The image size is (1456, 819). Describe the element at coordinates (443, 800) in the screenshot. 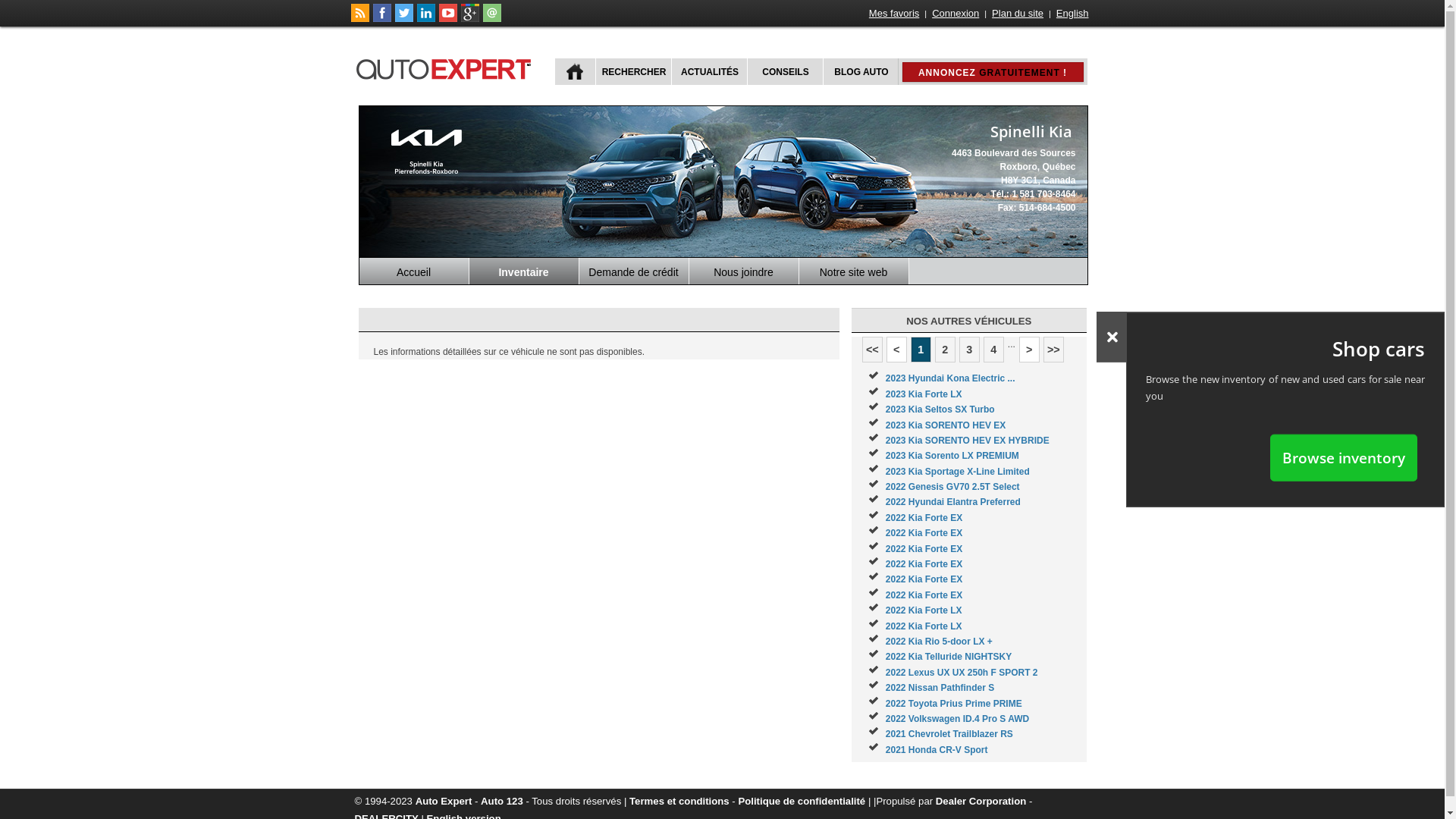

I see `'Auto Expert'` at that location.